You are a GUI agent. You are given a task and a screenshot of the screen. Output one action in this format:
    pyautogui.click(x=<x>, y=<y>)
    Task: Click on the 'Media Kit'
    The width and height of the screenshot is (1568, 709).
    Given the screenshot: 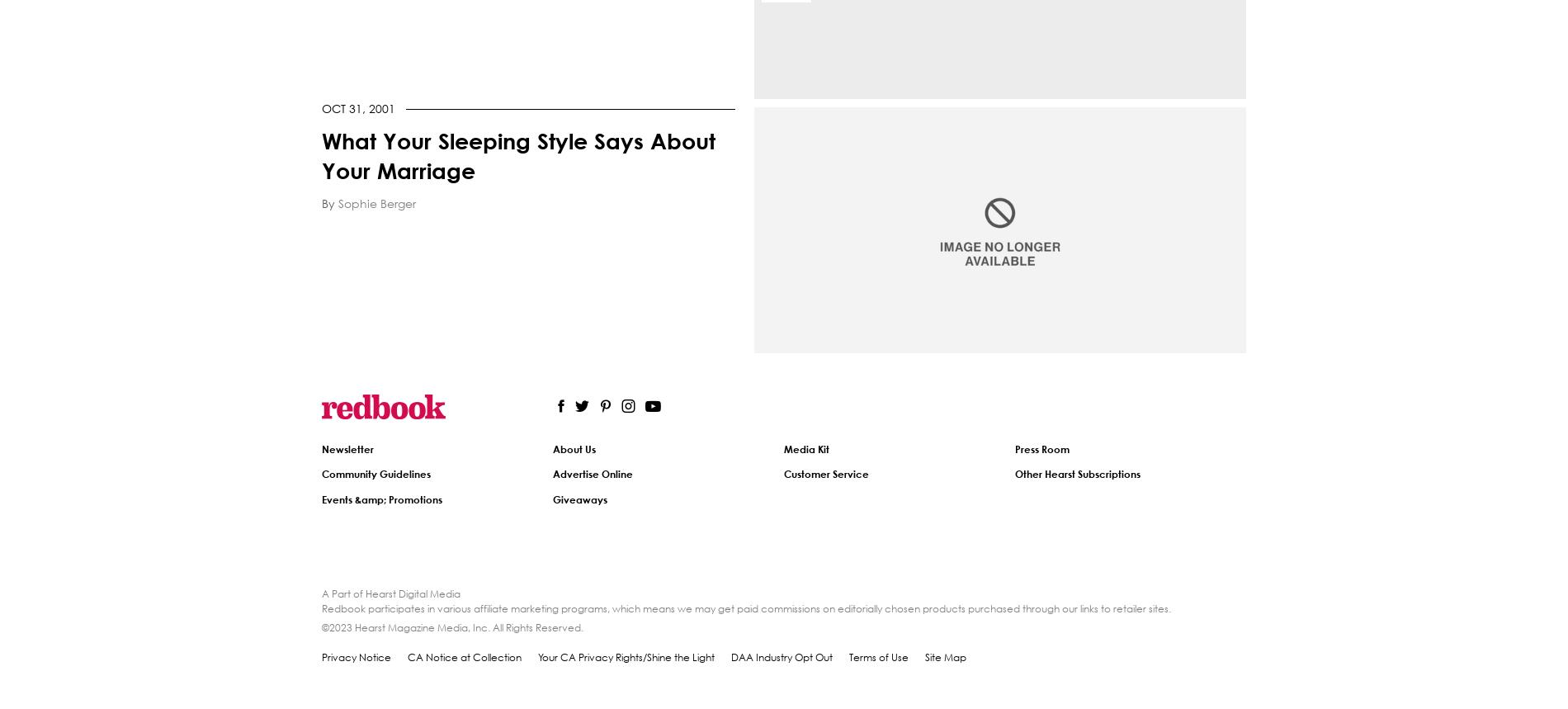 What is the action you would take?
    pyautogui.click(x=806, y=448)
    